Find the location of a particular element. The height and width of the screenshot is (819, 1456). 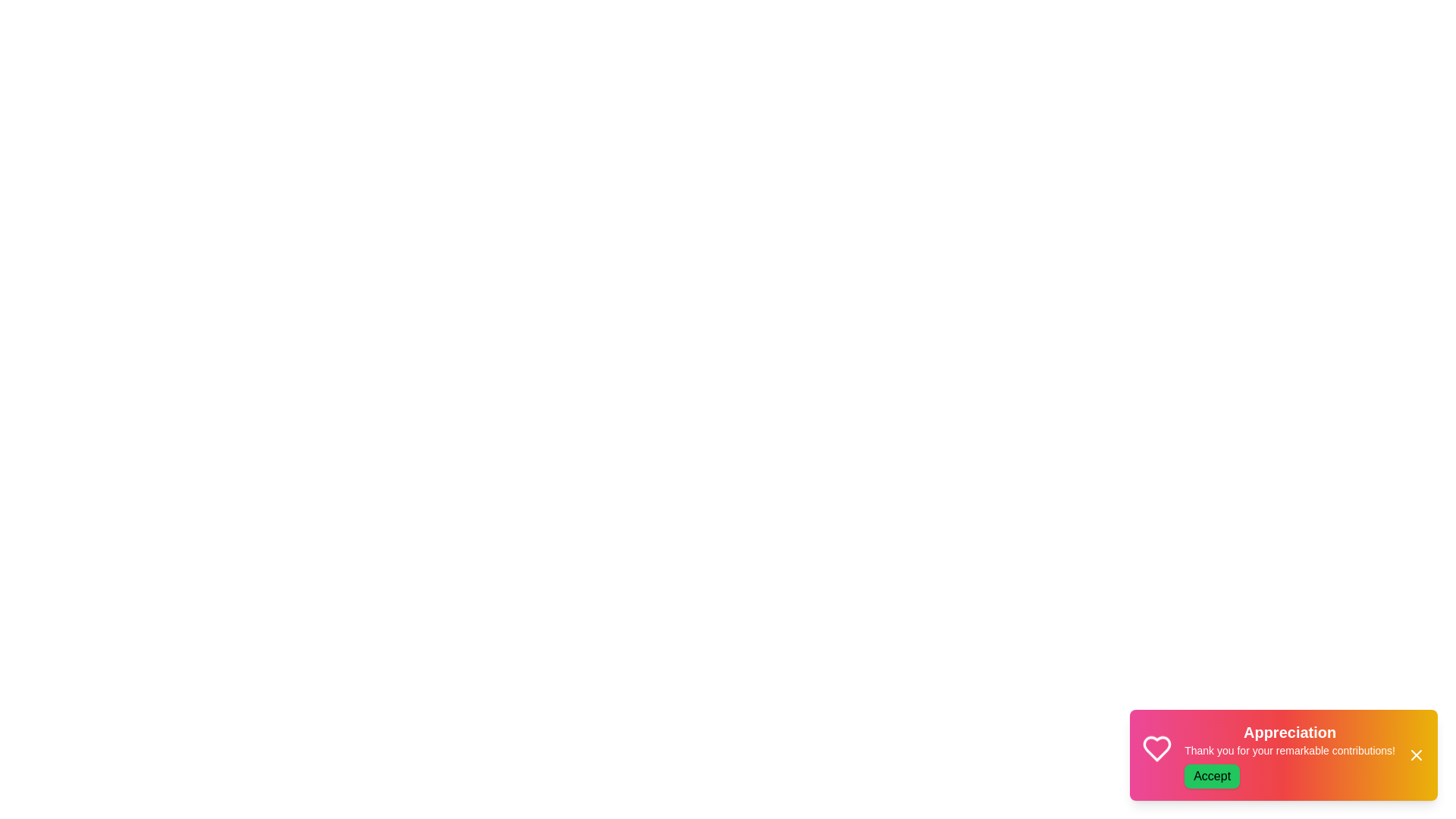

the close button to dismiss the notification is located at coordinates (1415, 755).